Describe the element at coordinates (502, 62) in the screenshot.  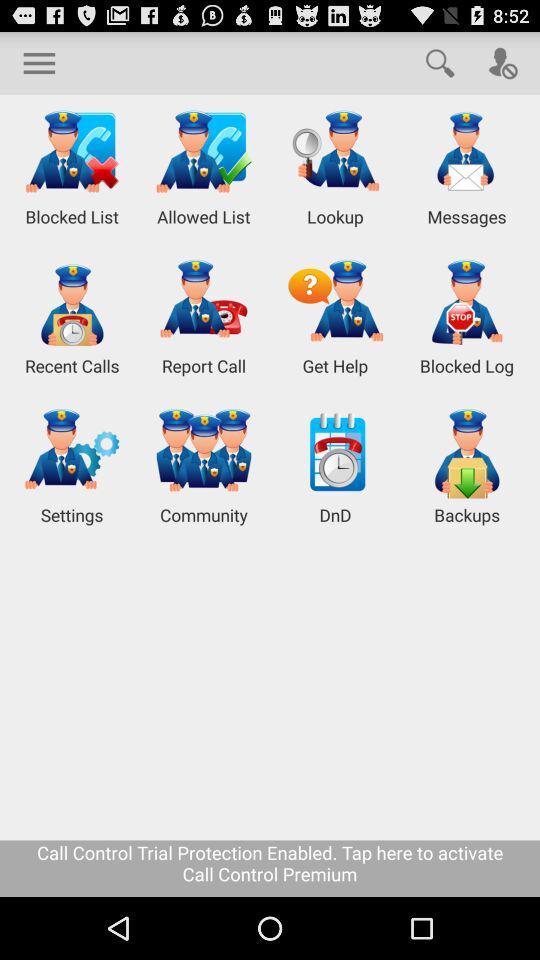
I see `someone` at that location.